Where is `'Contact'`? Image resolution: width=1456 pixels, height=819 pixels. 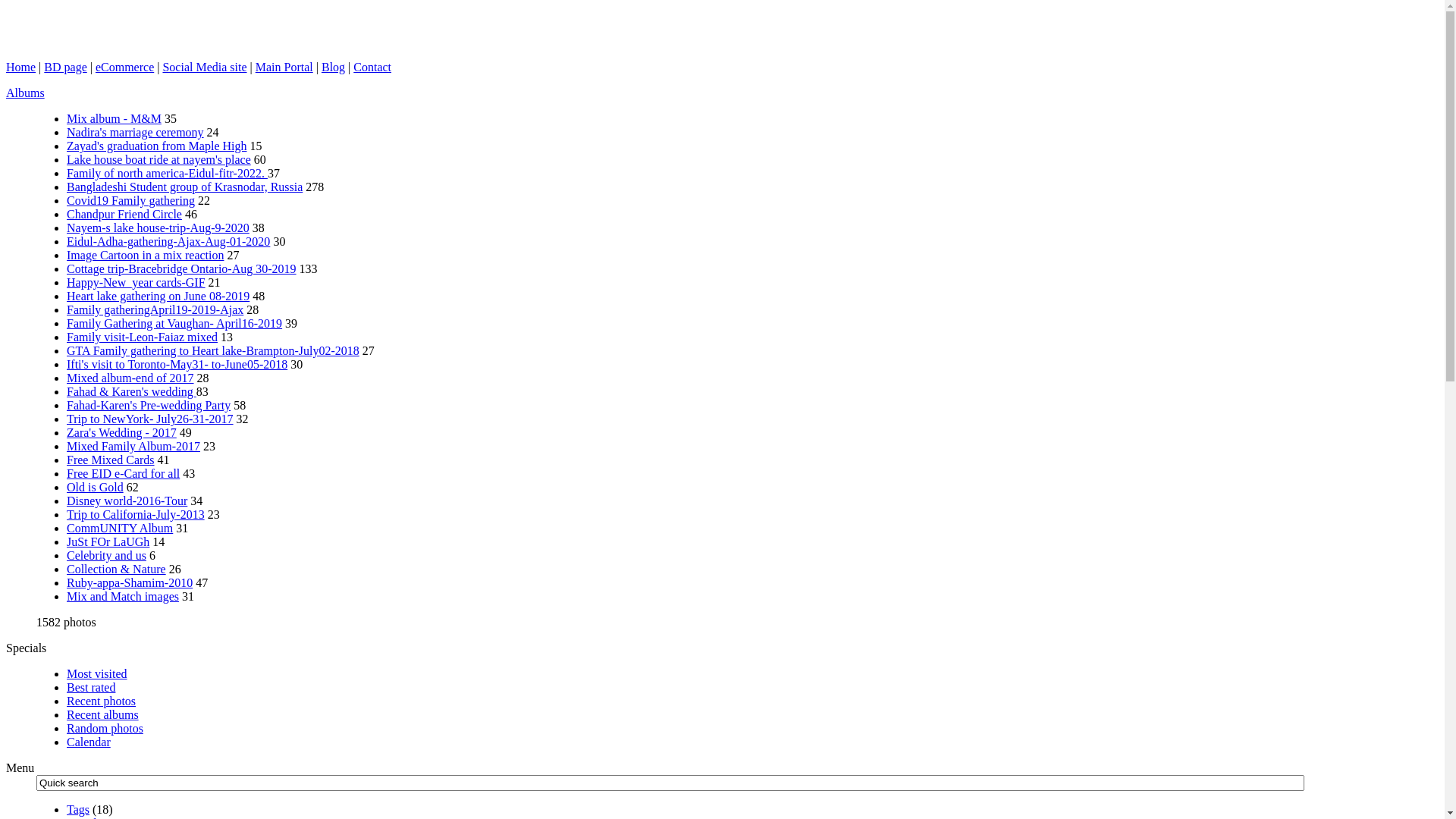
'Contact' is located at coordinates (352, 66).